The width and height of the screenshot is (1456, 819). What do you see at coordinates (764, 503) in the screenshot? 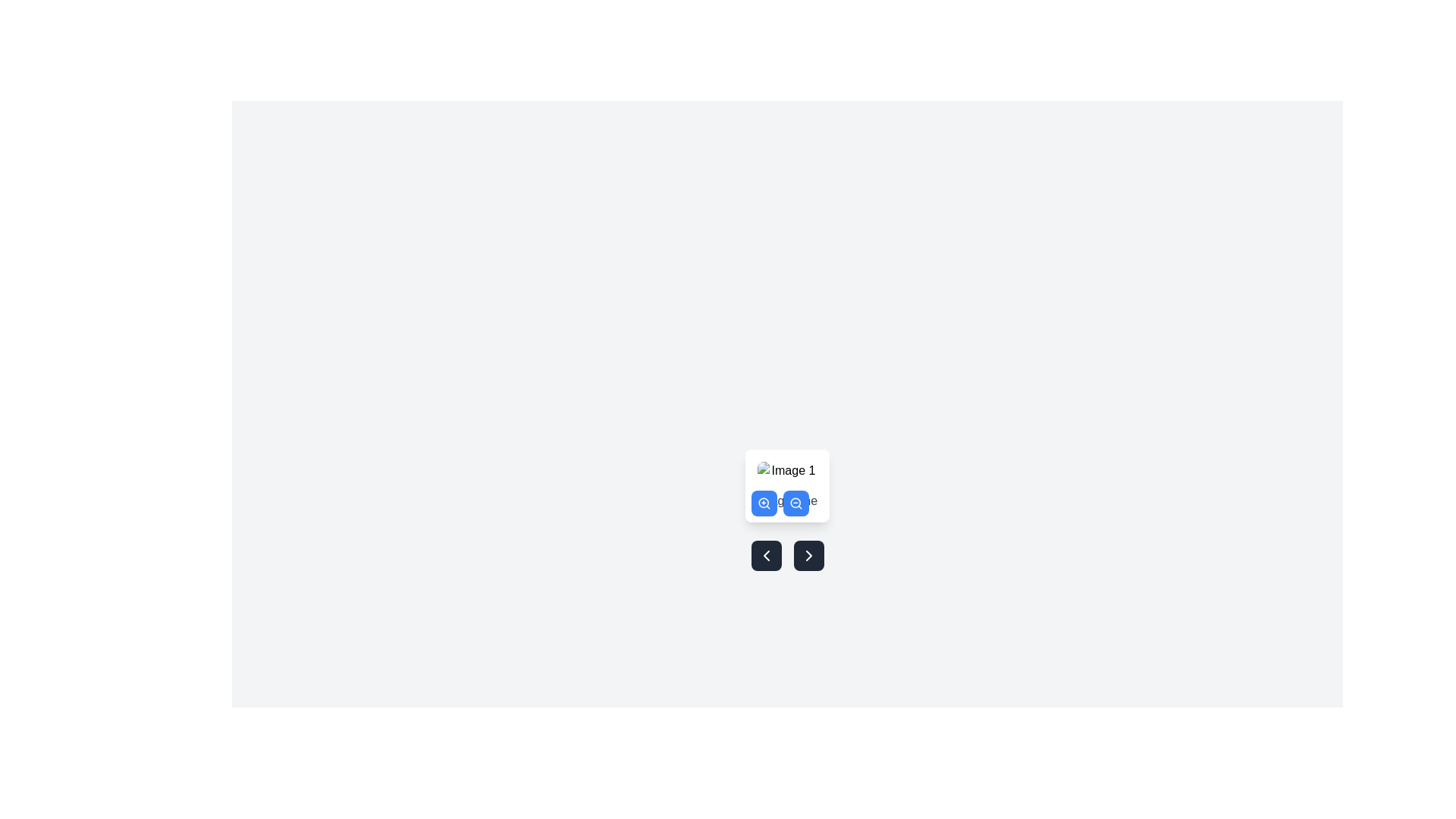
I see `the zoom-in icon, which is a small magnifying glass with a plus sign in the center, located within the blue button at the bottom center of the card` at bounding box center [764, 503].